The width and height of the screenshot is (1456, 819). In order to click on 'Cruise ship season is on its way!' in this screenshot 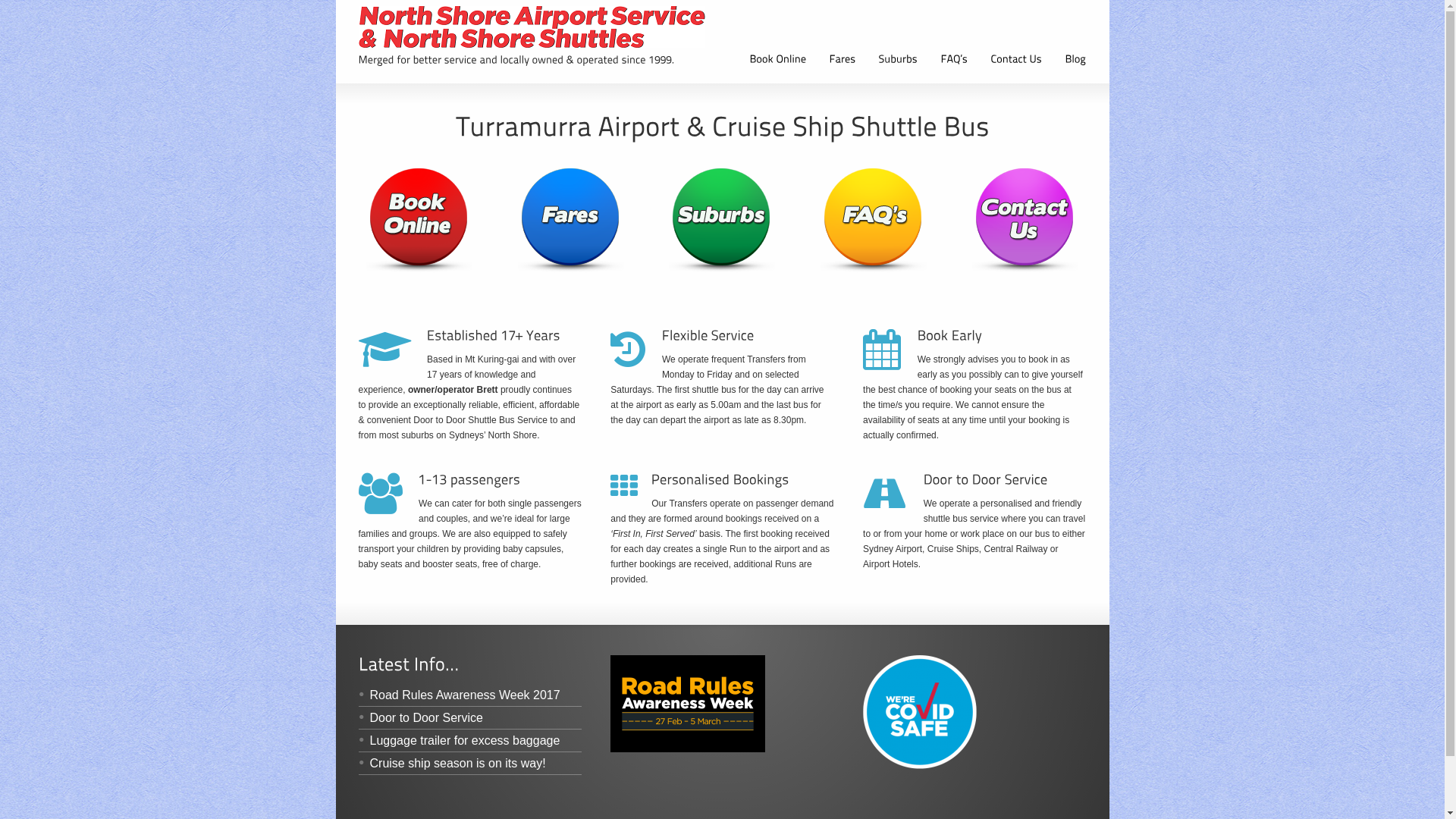, I will do `click(450, 763)`.